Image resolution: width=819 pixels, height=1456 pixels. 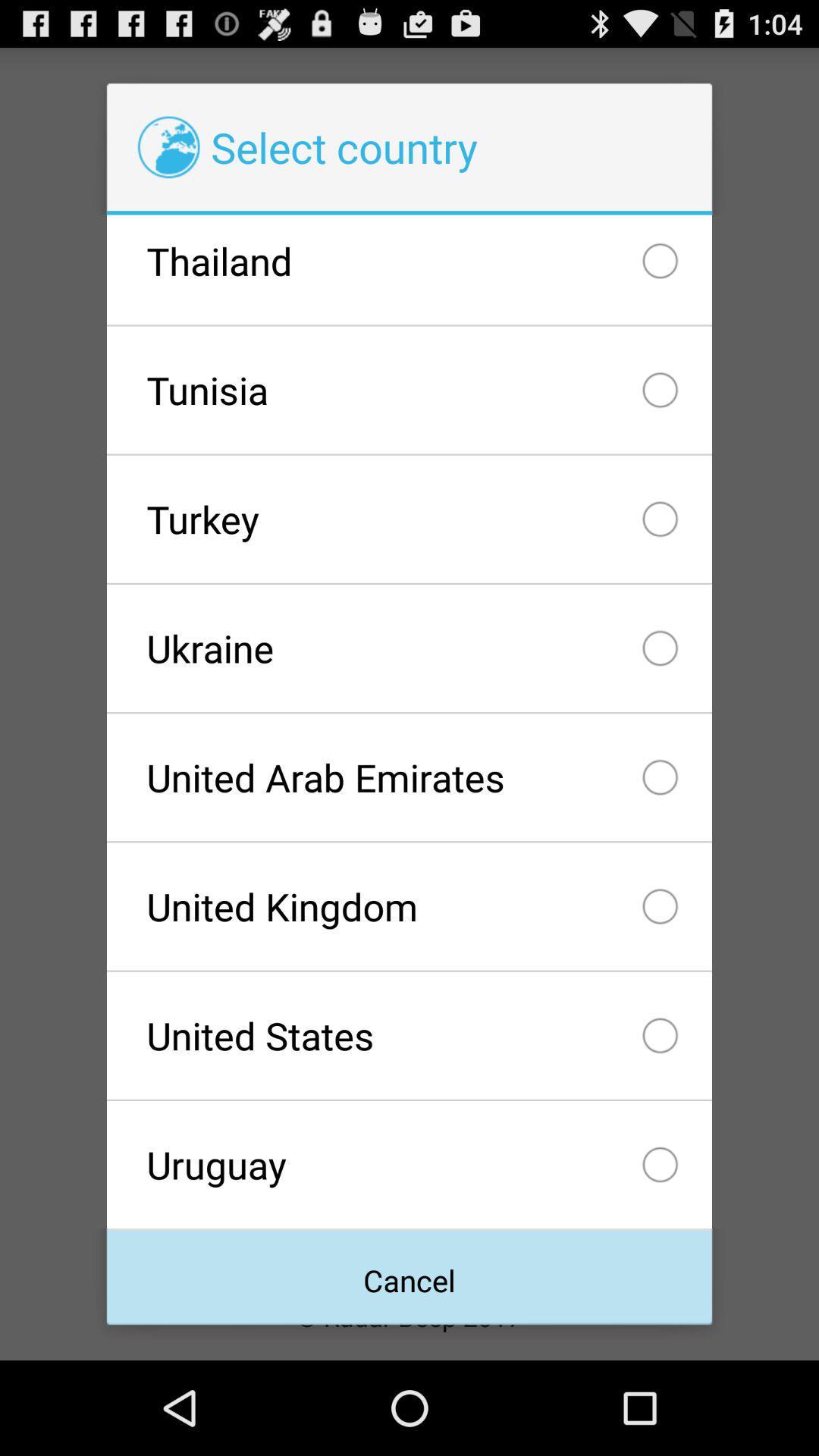 I want to click on ukraine icon, so click(x=409, y=648).